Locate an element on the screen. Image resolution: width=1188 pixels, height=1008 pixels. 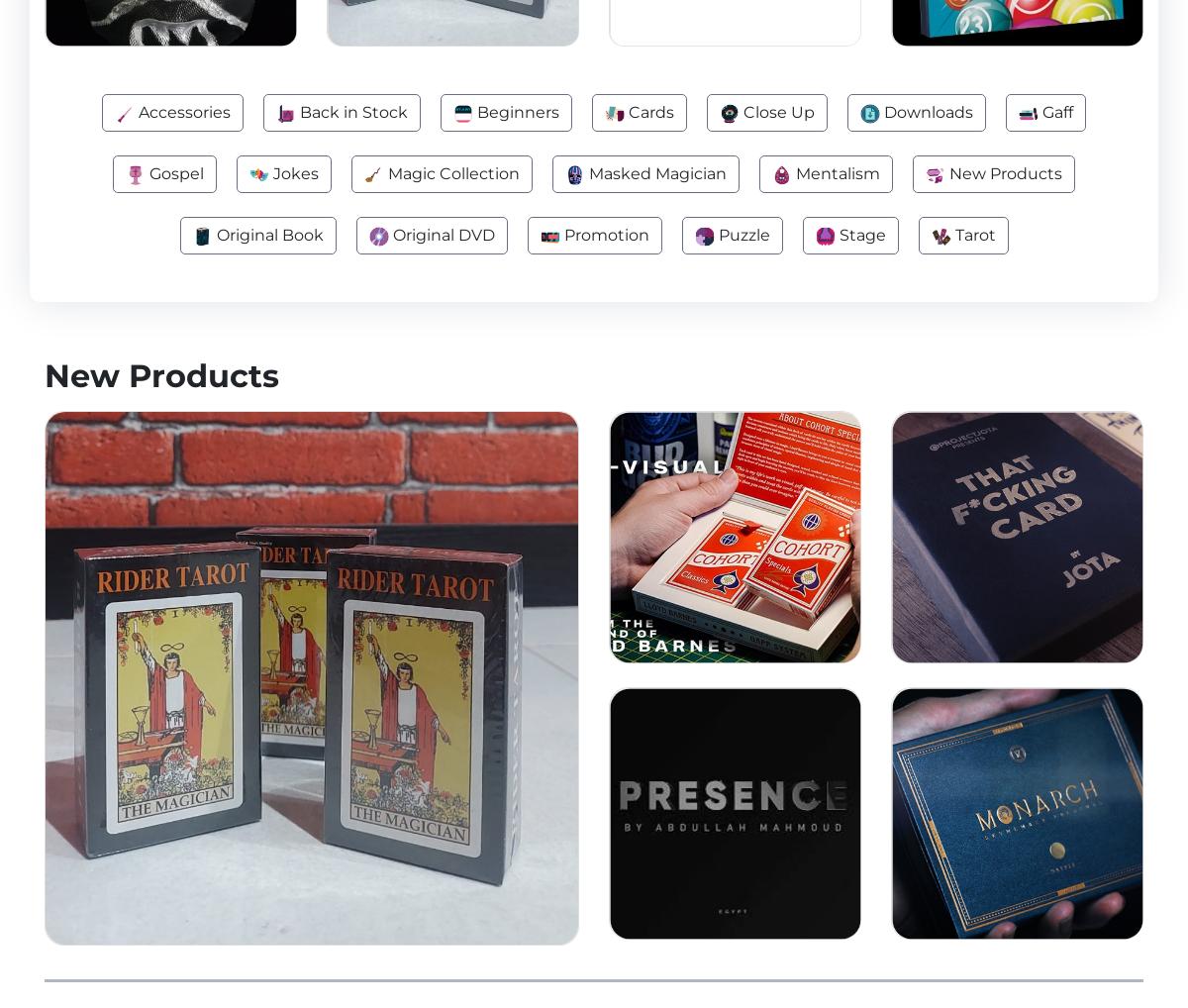
'Jokes' is located at coordinates (293, 173).